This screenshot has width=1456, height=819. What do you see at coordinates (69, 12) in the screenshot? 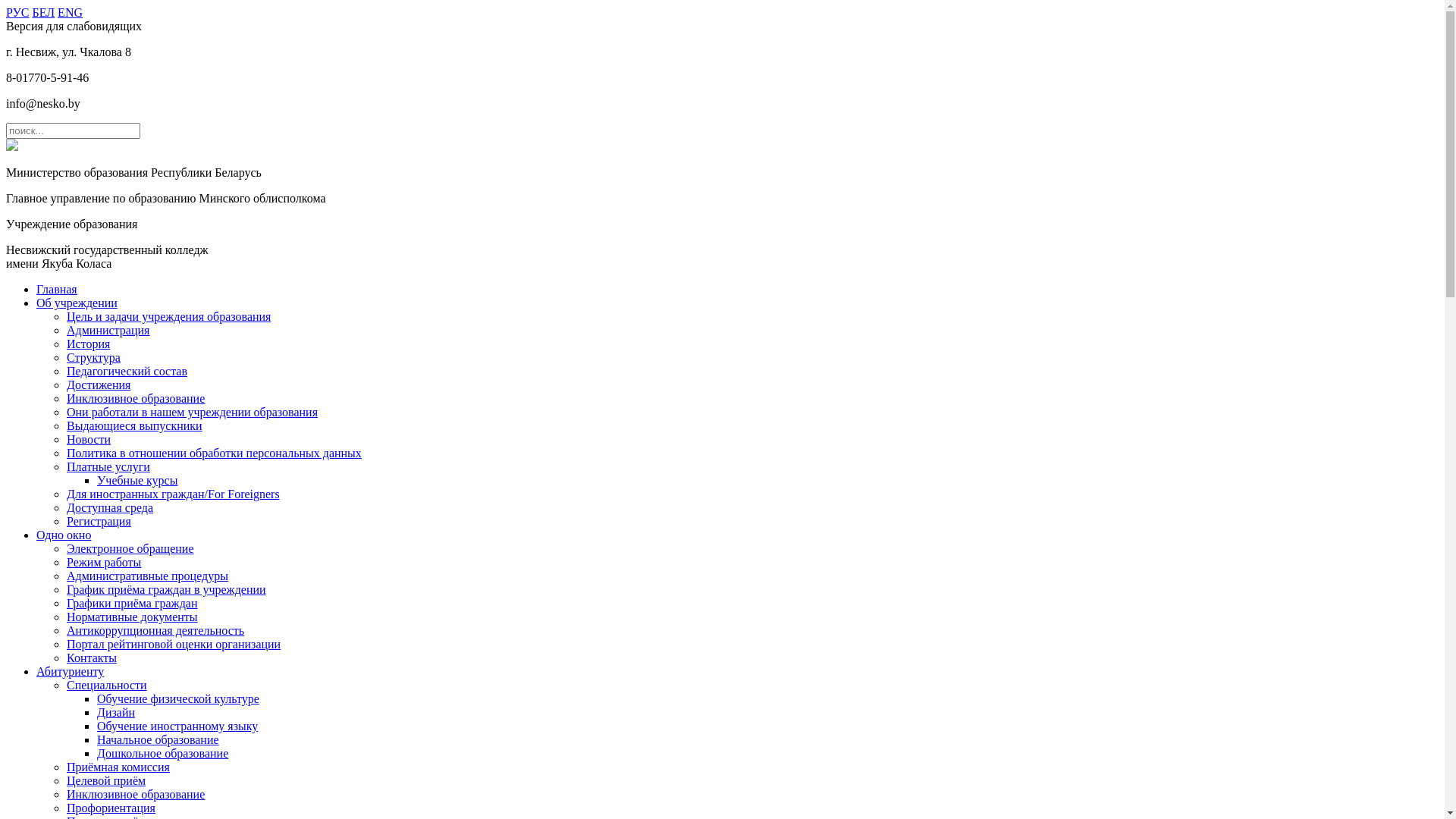
I see `'ENG'` at bounding box center [69, 12].